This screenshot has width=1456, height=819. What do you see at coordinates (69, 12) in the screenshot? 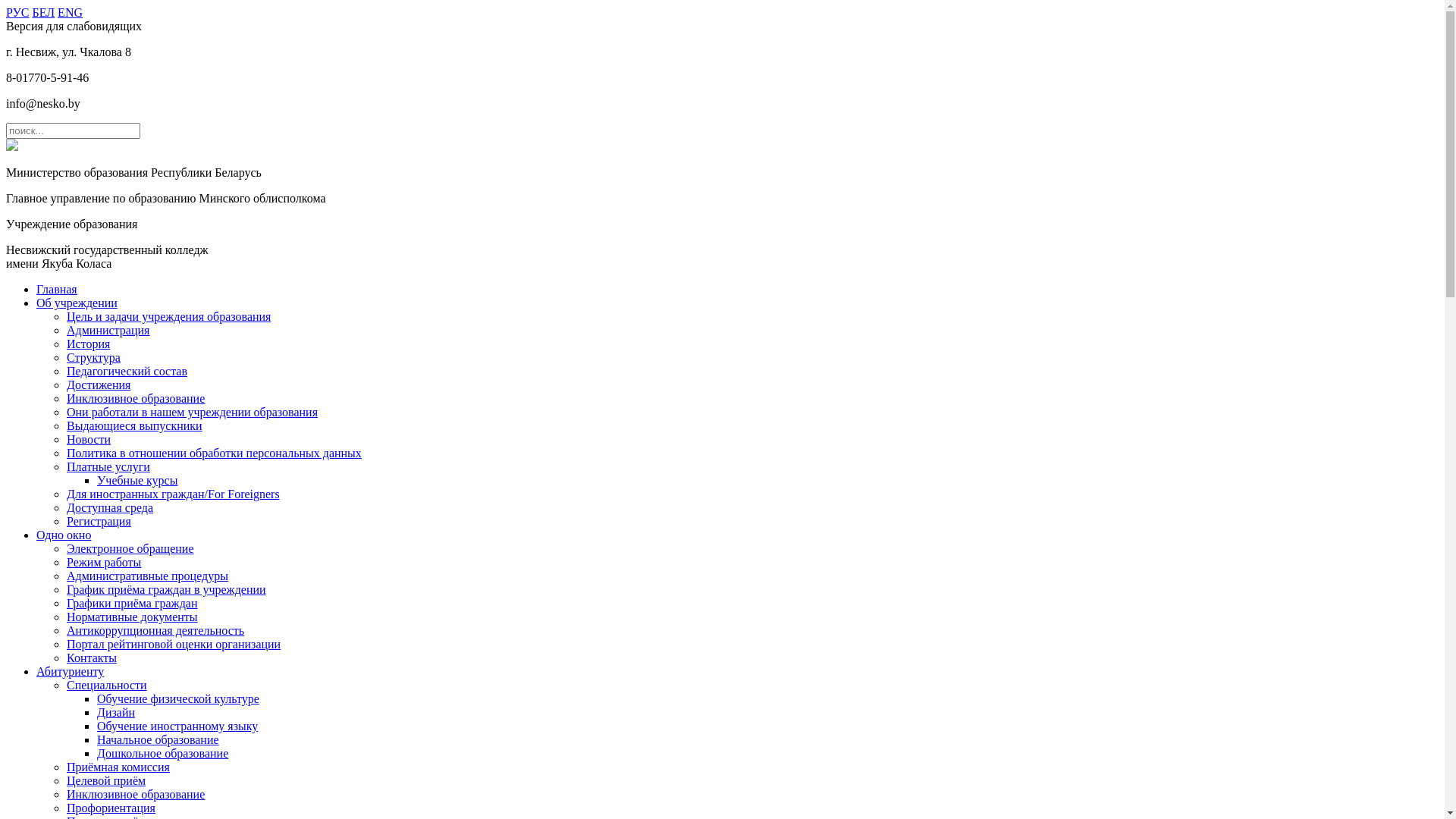
I see `'ENG'` at bounding box center [69, 12].